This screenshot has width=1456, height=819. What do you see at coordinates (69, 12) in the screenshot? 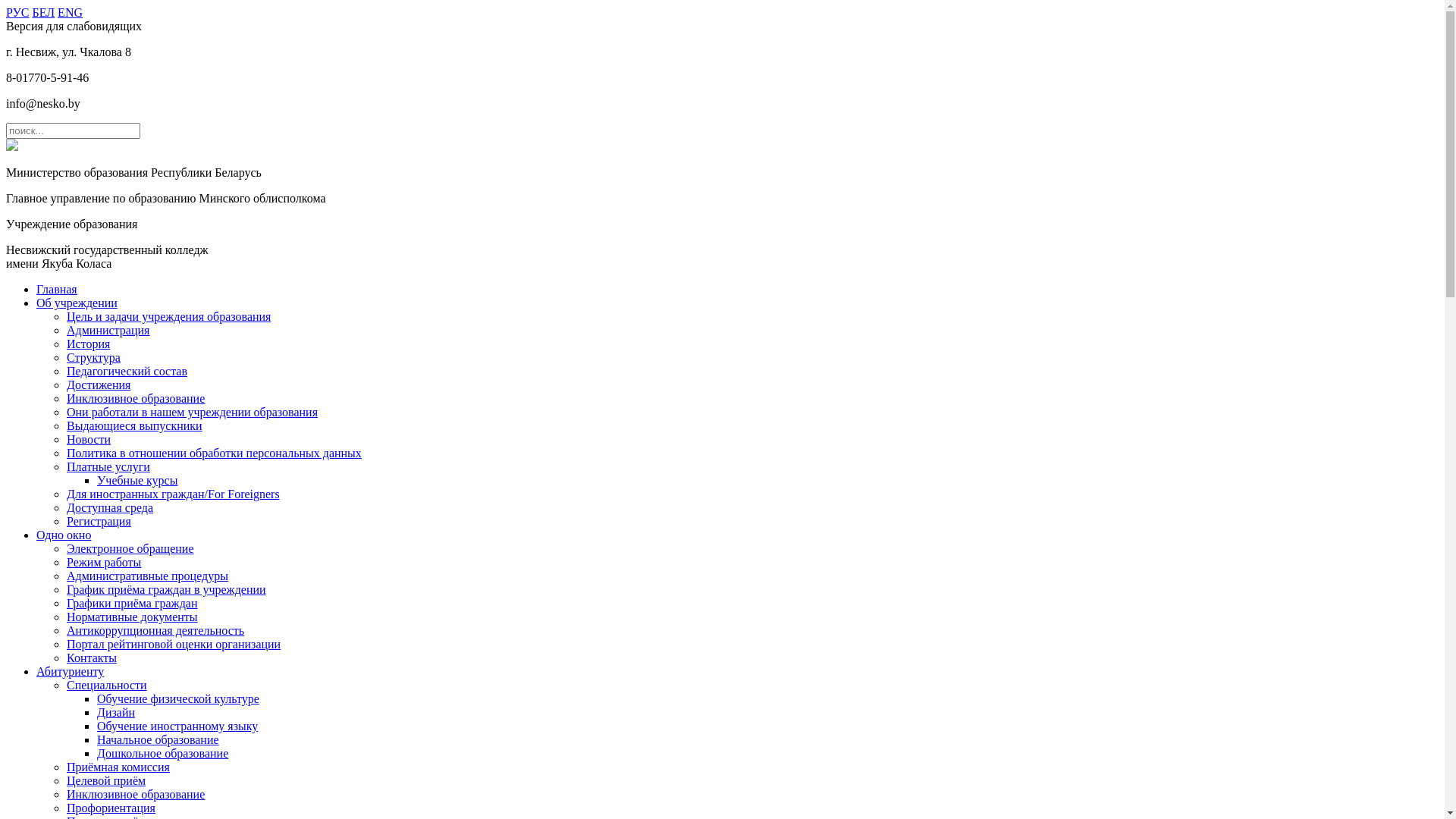
I see `'ENG'` at bounding box center [69, 12].